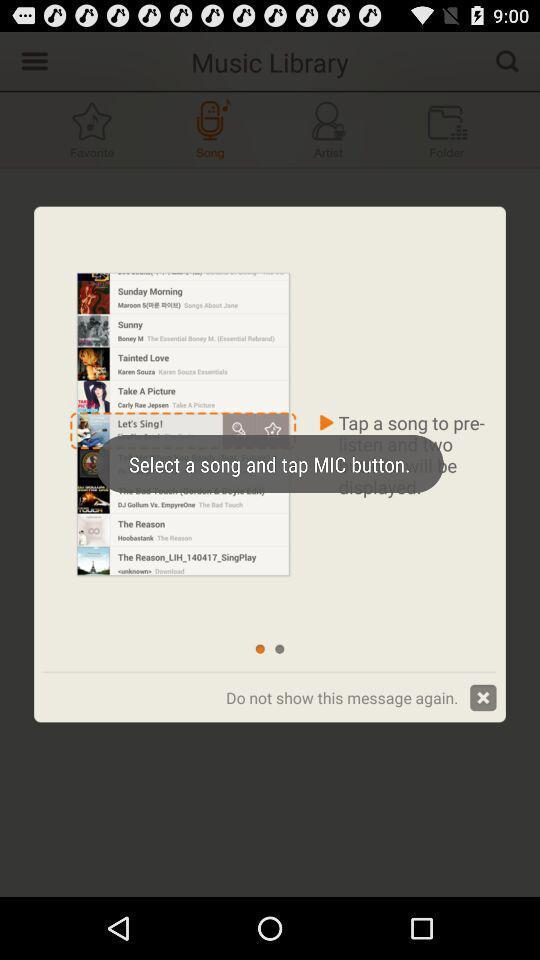 The height and width of the screenshot is (960, 540). What do you see at coordinates (209, 128) in the screenshot?
I see `voice recorded` at bounding box center [209, 128].